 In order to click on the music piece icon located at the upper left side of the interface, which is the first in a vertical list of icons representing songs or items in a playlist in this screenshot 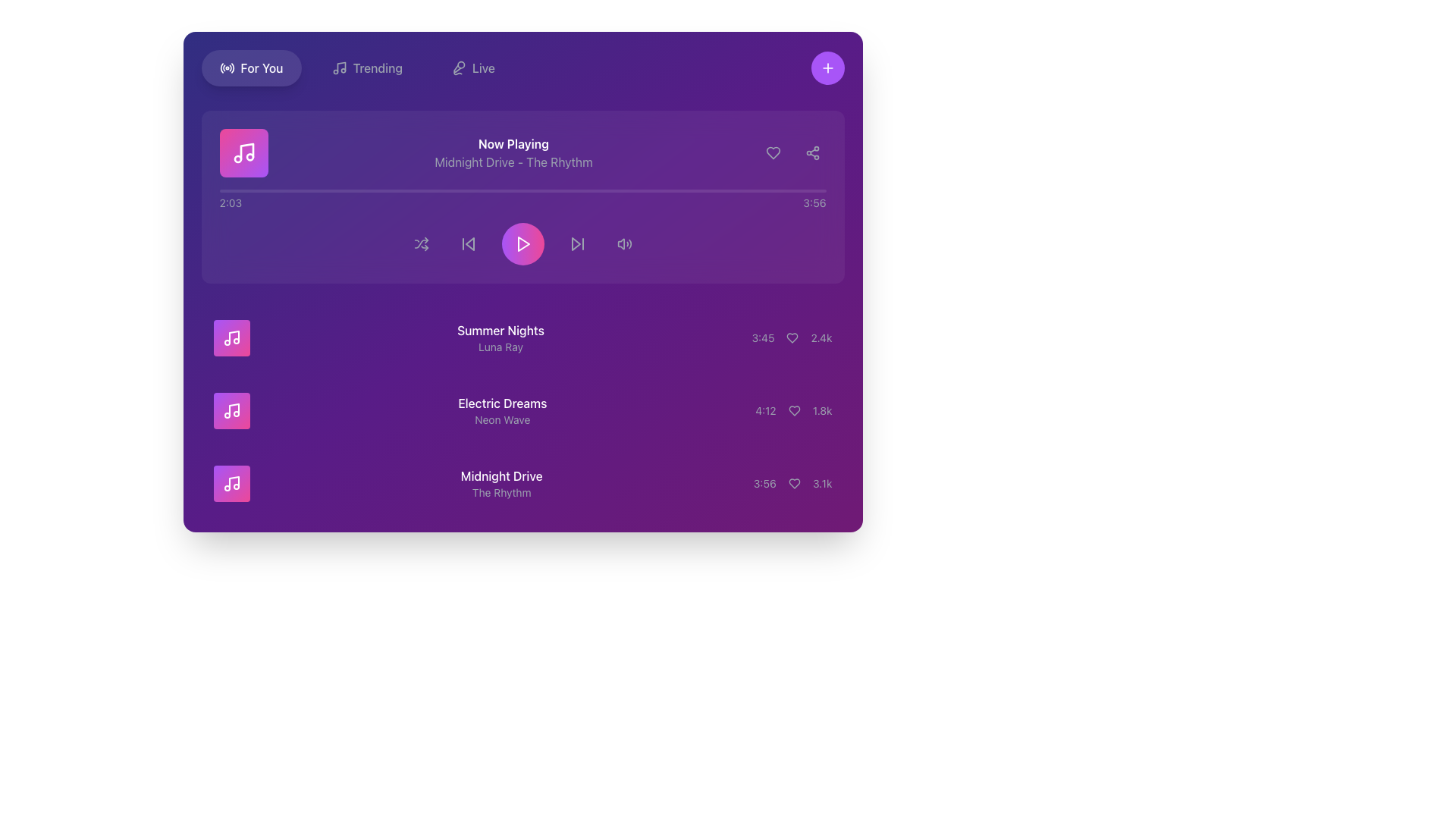, I will do `click(231, 337)`.